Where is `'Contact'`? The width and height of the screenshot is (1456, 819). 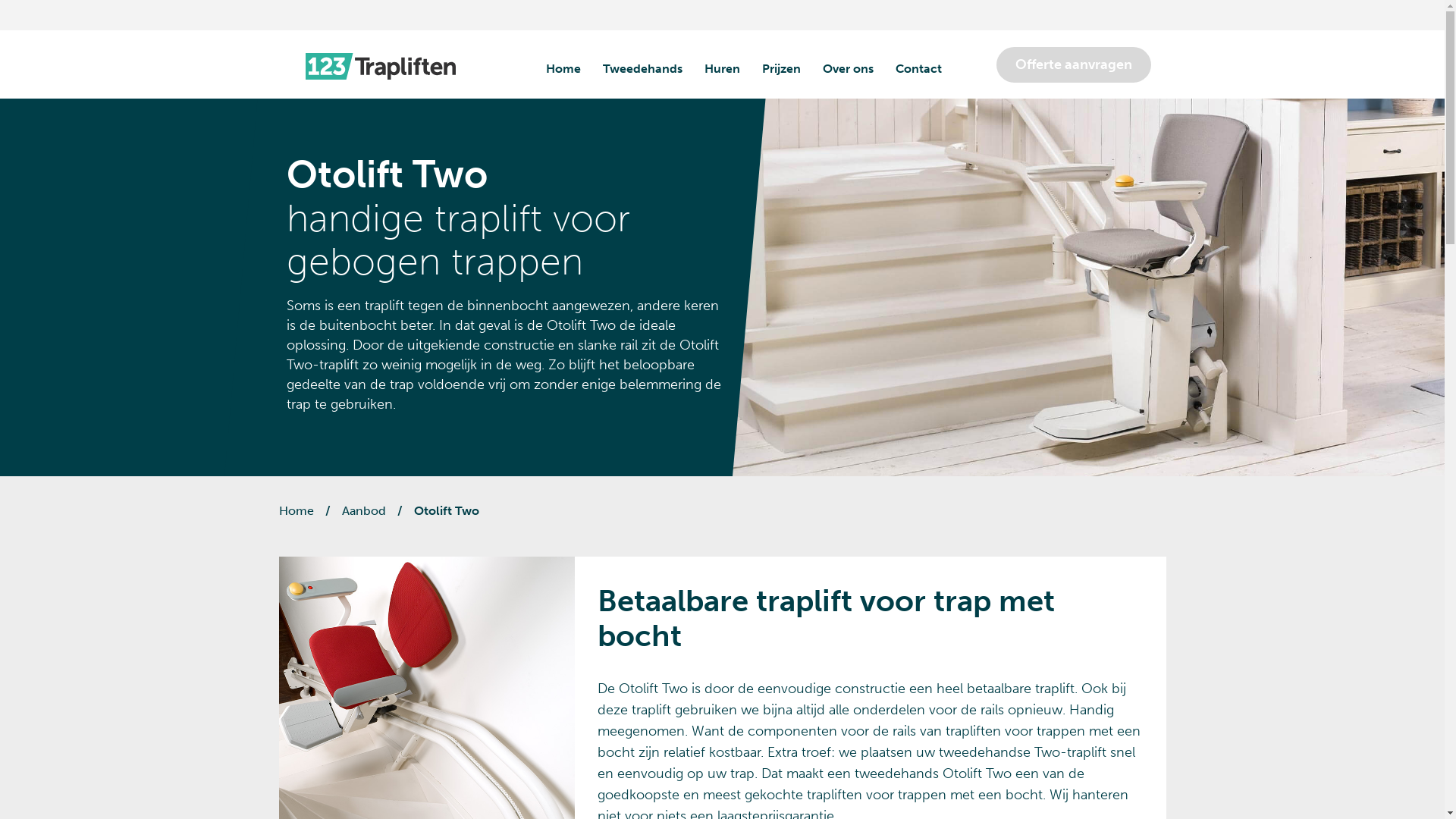
'Contact' is located at coordinates (917, 69).